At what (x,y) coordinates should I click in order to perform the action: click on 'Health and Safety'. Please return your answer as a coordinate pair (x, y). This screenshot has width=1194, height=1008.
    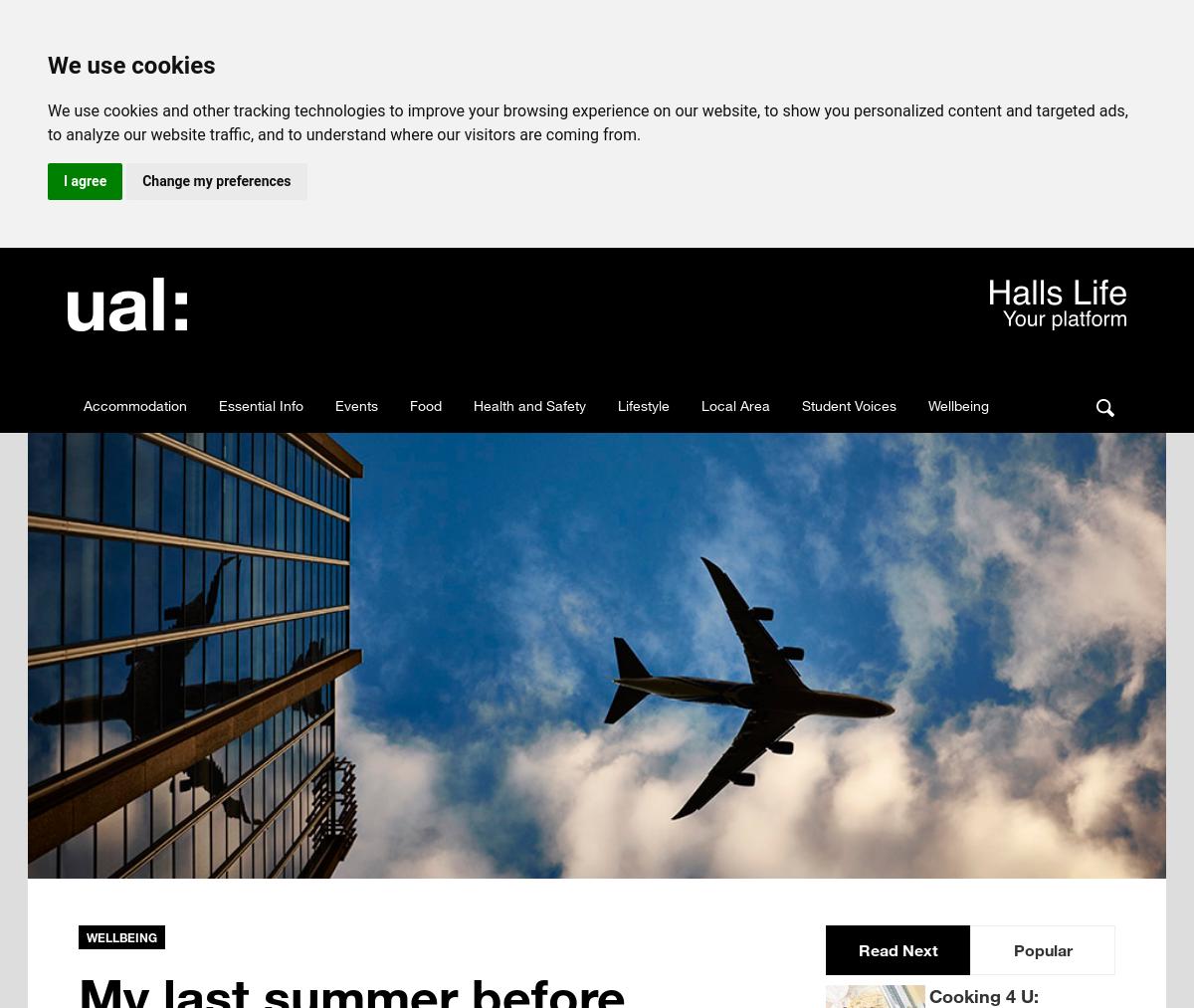
    Looking at the image, I should click on (528, 404).